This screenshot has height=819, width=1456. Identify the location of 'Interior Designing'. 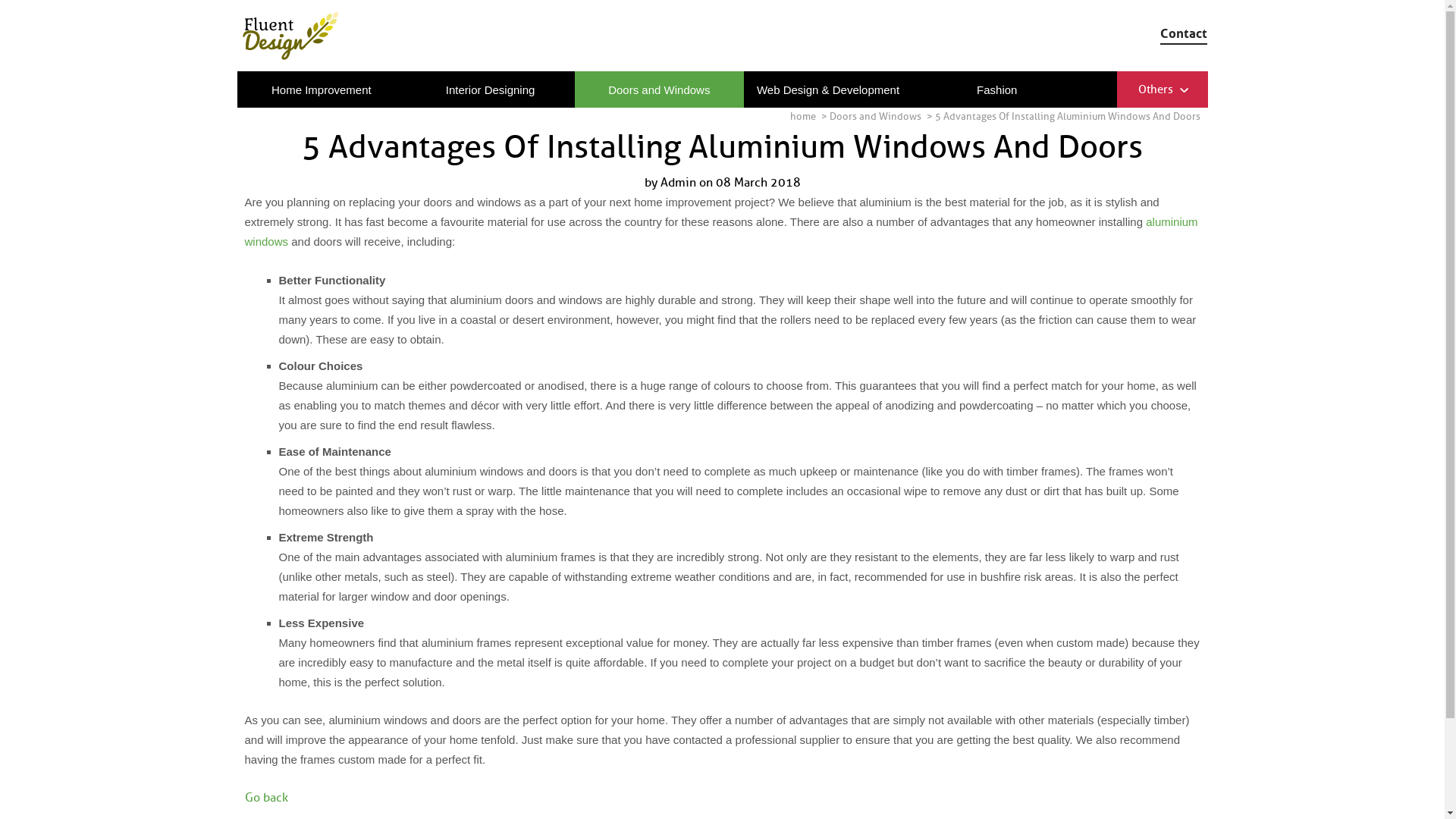
(490, 89).